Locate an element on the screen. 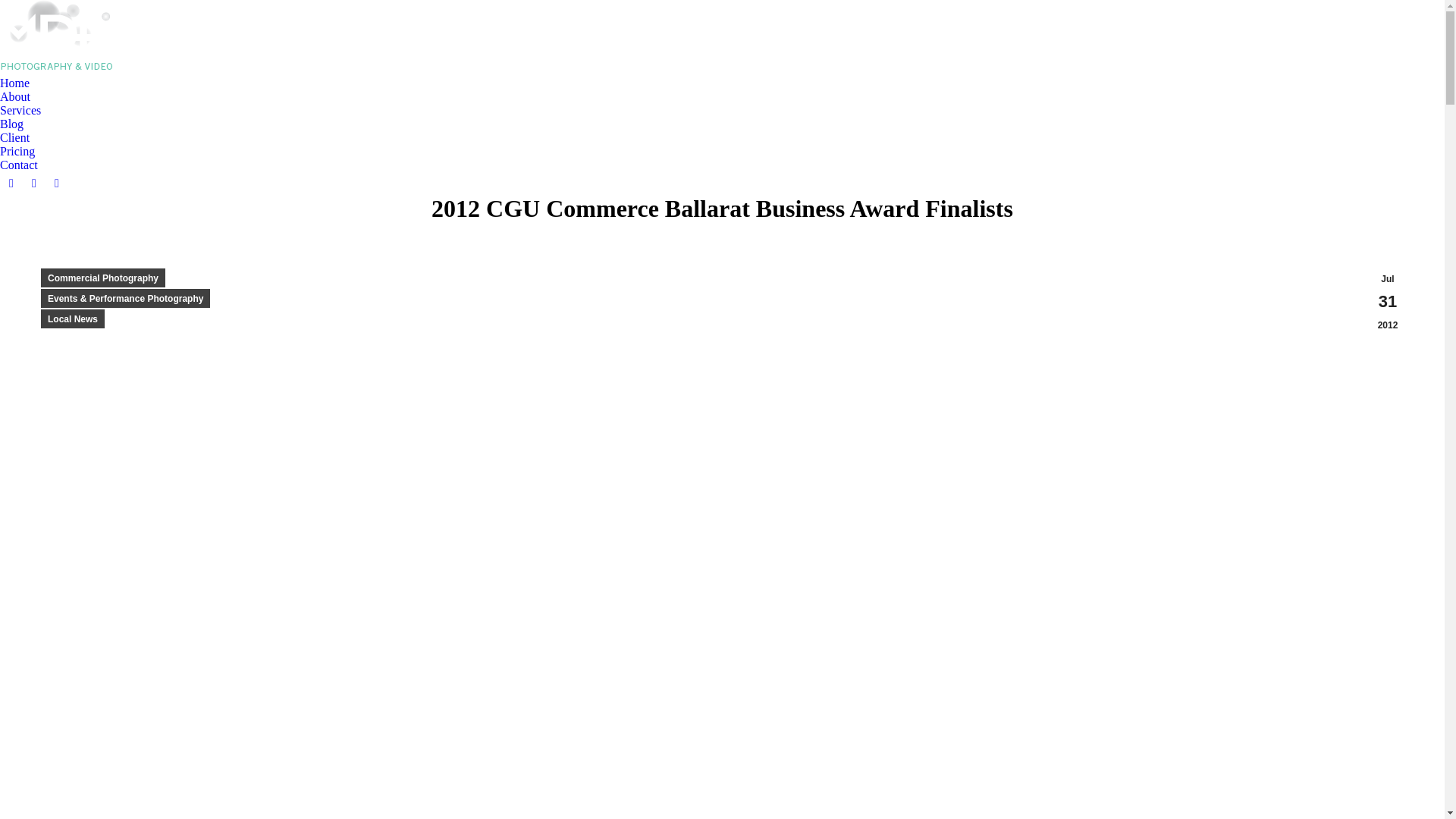 The height and width of the screenshot is (819, 1456). 'Contact' is located at coordinates (0, 165).